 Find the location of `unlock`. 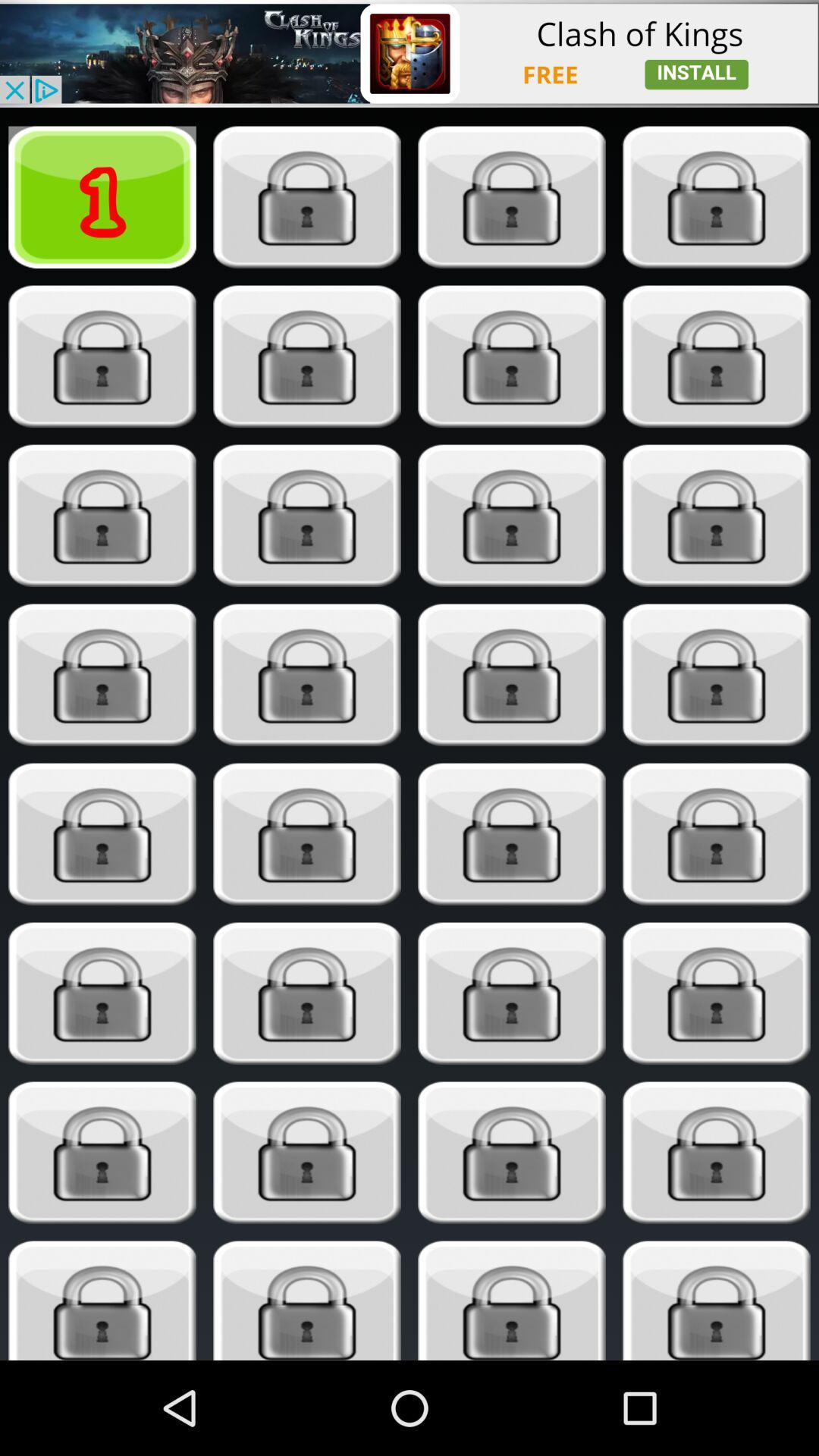

unlock is located at coordinates (512, 833).